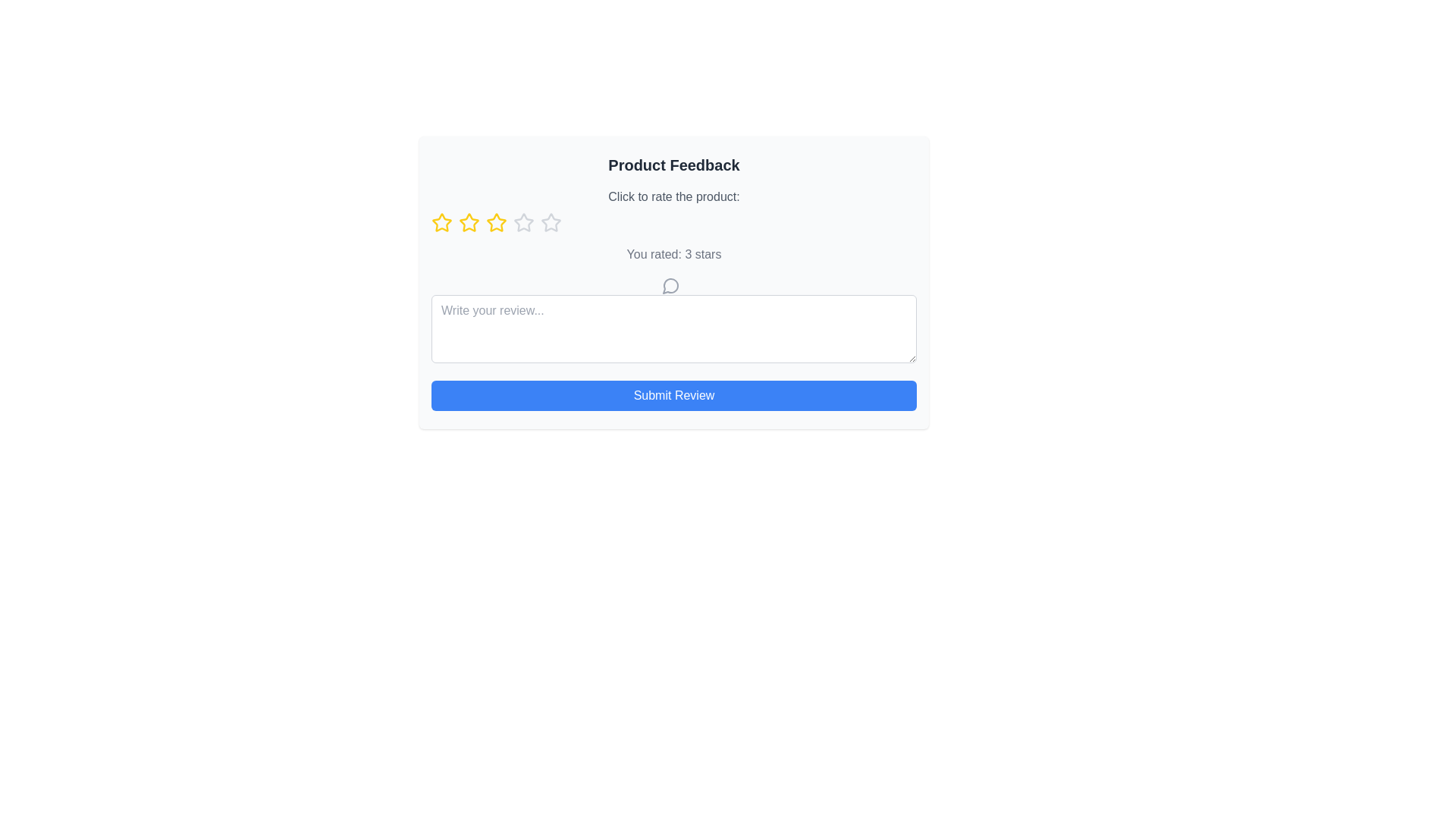 The width and height of the screenshot is (1456, 819). I want to click on the first yellow star icon in the rating panel, so click(441, 222).